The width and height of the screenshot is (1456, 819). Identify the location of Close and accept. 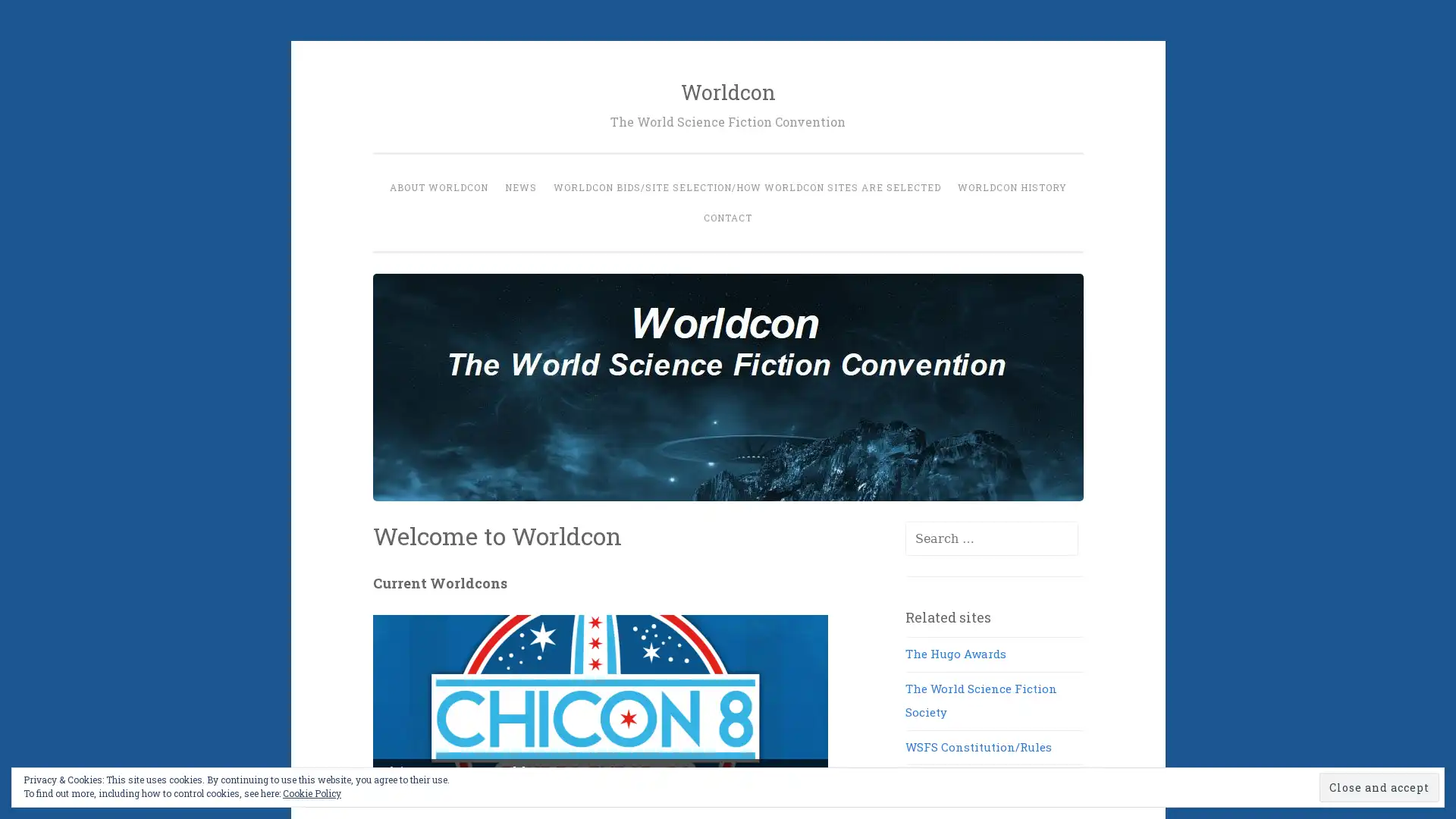
(1379, 786).